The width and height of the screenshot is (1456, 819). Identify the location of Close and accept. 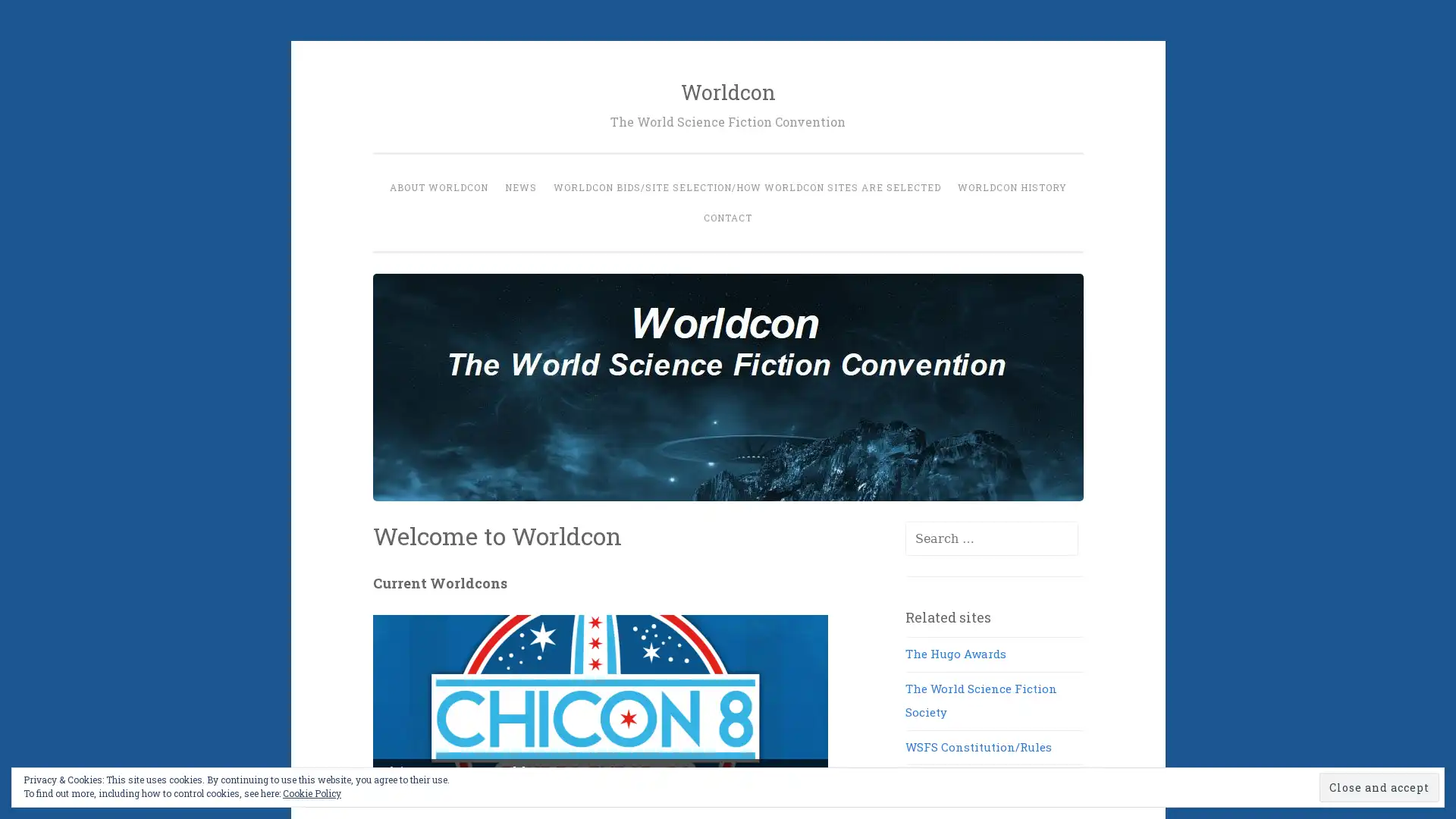
(1379, 786).